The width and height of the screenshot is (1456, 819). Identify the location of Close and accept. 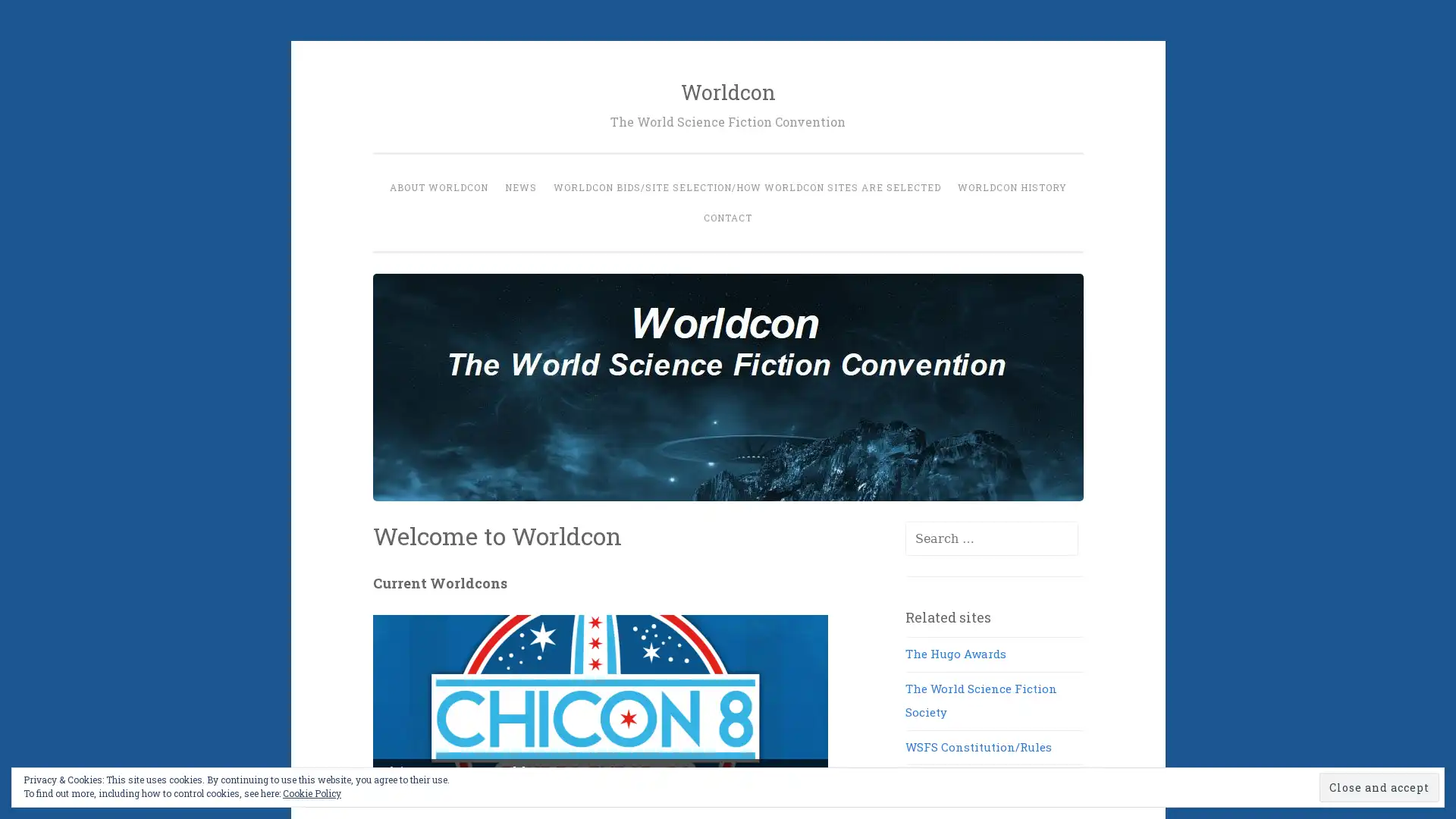
(1379, 786).